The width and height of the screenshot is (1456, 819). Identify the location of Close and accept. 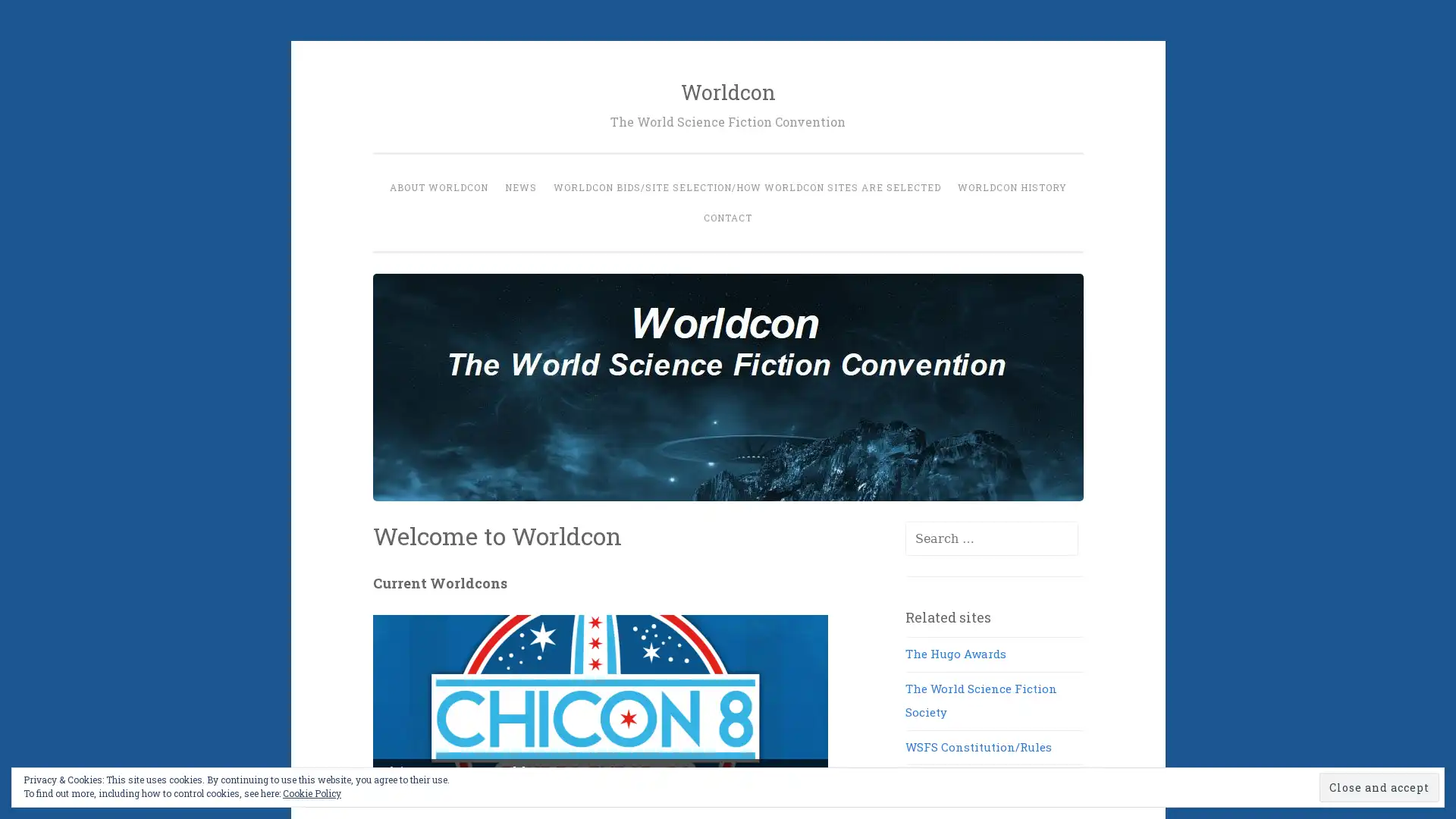
(1379, 786).